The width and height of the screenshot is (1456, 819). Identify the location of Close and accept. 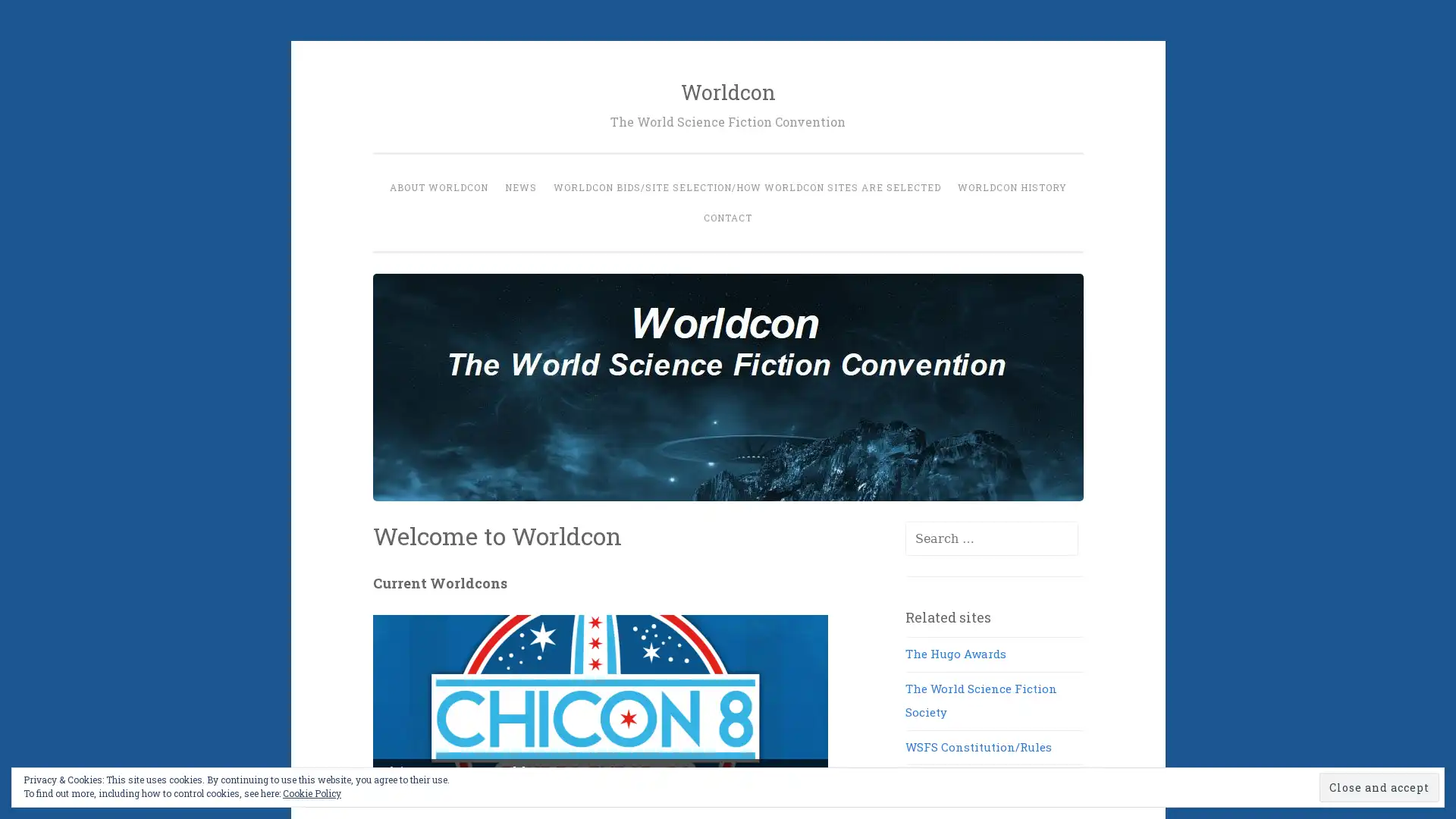
(1379, 786).